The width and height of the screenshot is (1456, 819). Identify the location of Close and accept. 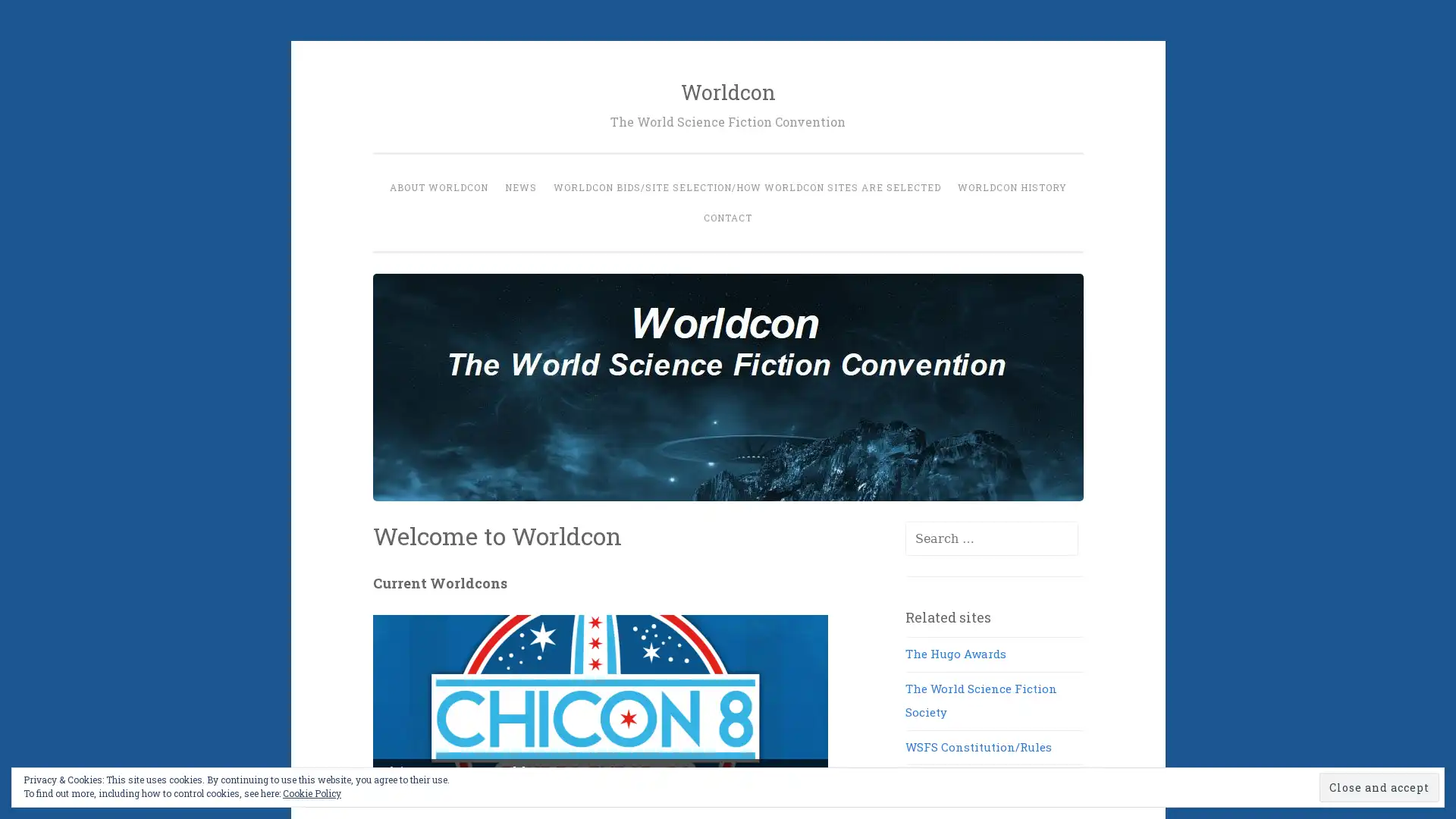
(1379, 786).